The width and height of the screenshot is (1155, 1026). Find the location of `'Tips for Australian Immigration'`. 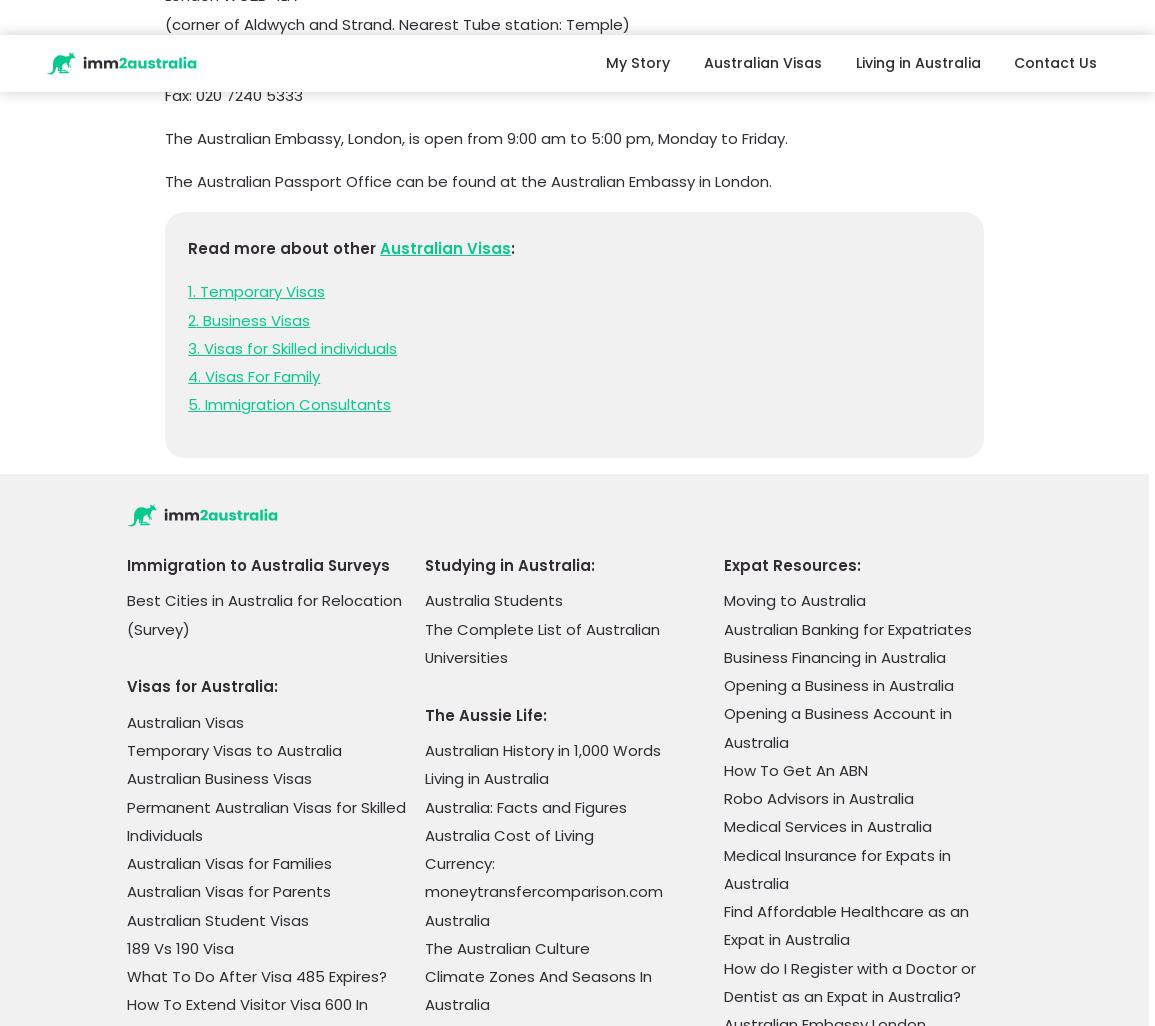

'Tips for Australian Immigration' is located at coordinates (238, 270).